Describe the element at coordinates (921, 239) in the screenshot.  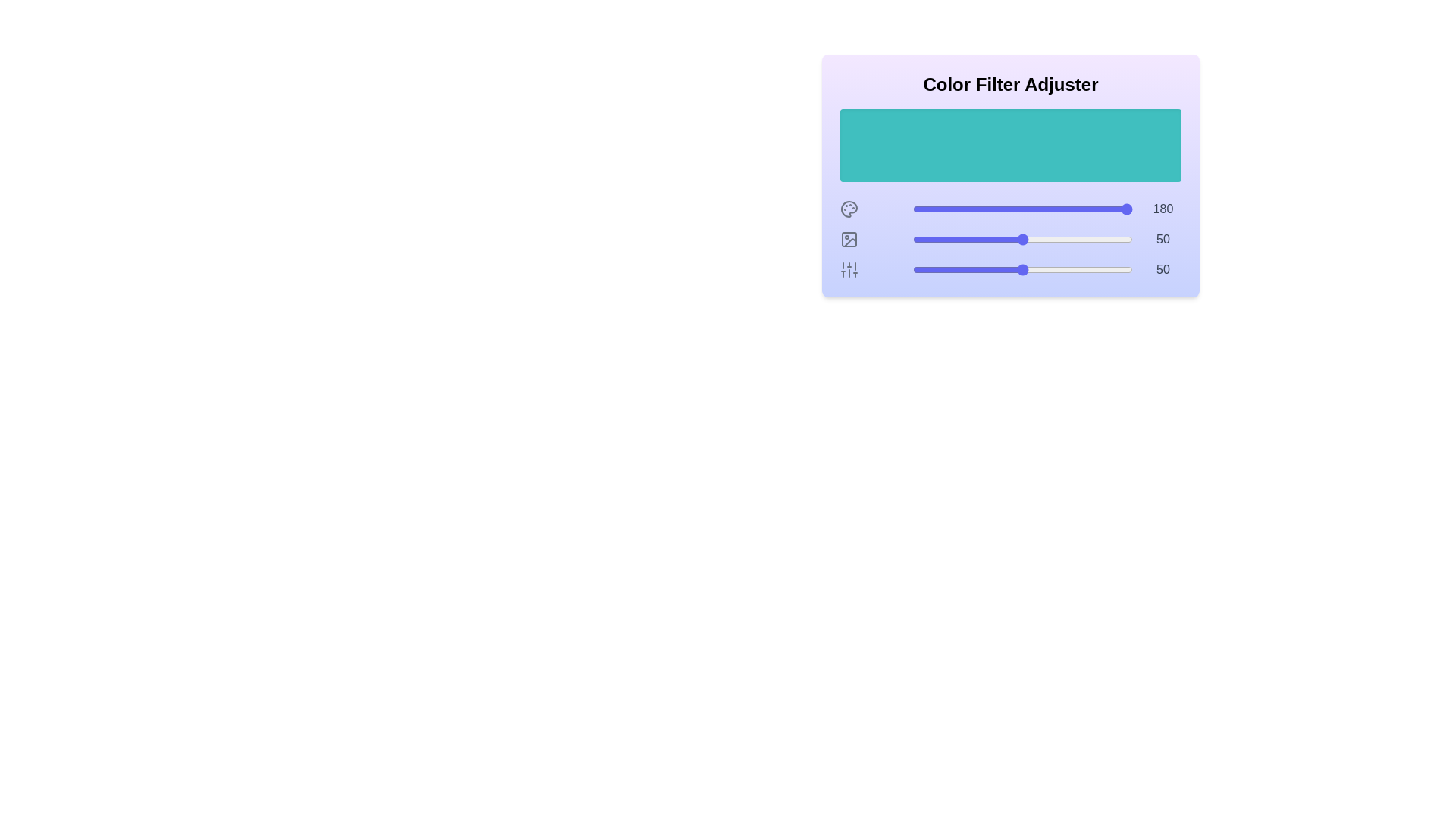
I see `the saturation slider to set the saturation to 4%` at that location.